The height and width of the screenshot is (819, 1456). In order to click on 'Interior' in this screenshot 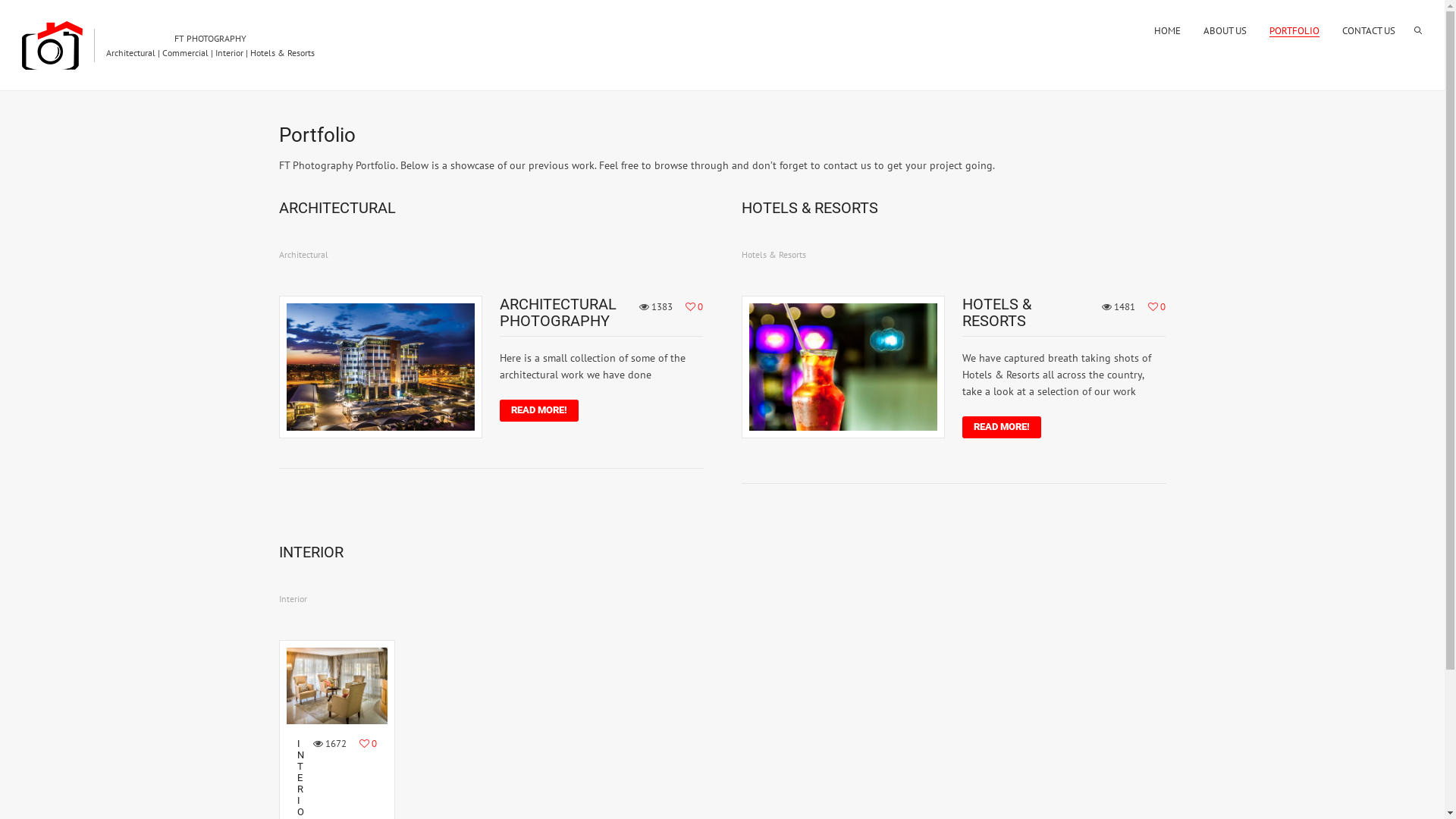, I will do `click(293, 598)`.